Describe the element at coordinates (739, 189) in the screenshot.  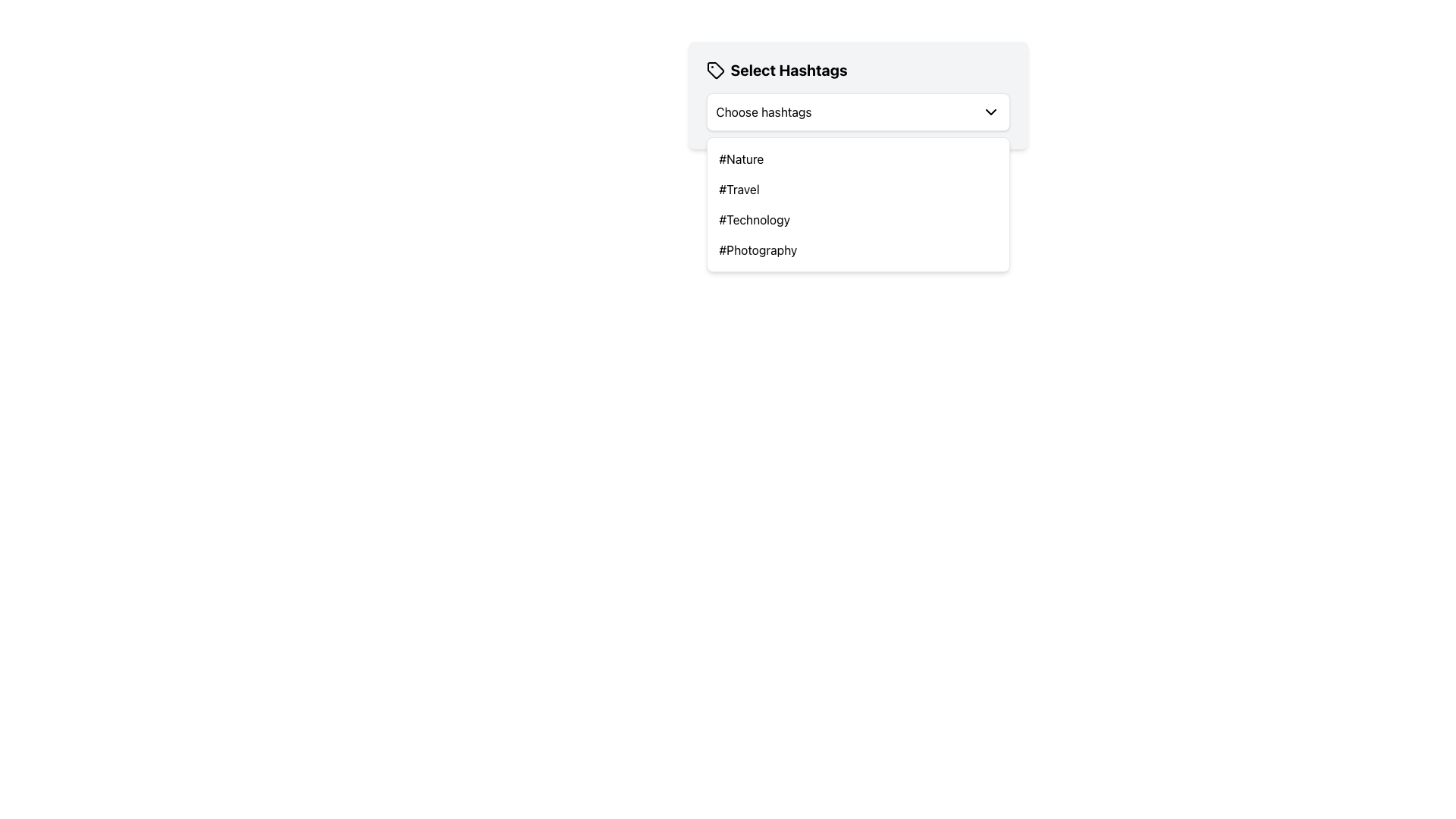
I see `the '#Travel' menu item in the dropdown menu under 'Select Hashtags'` at that location.